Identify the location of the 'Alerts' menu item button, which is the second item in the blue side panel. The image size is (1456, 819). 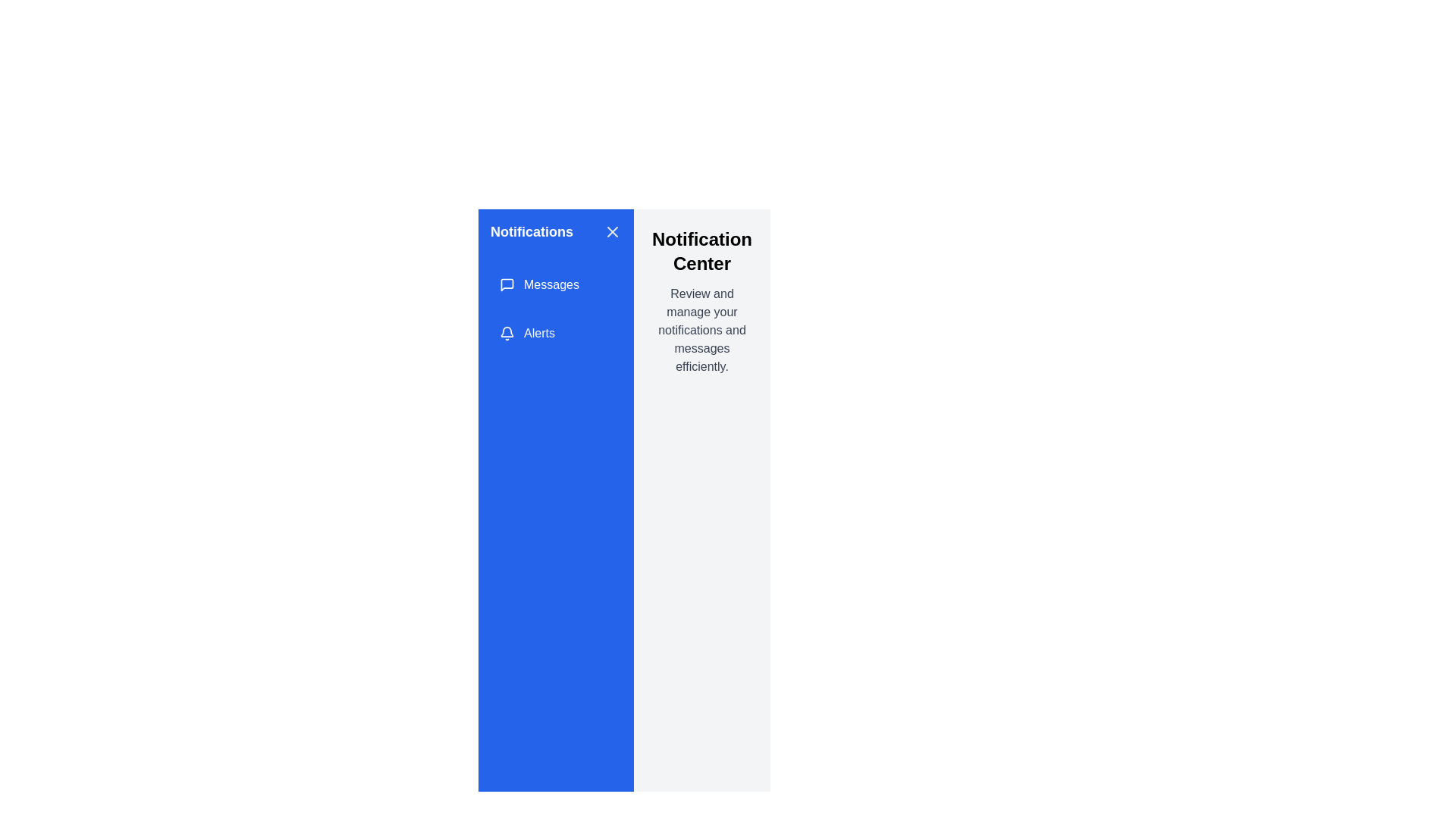
(555, 332).